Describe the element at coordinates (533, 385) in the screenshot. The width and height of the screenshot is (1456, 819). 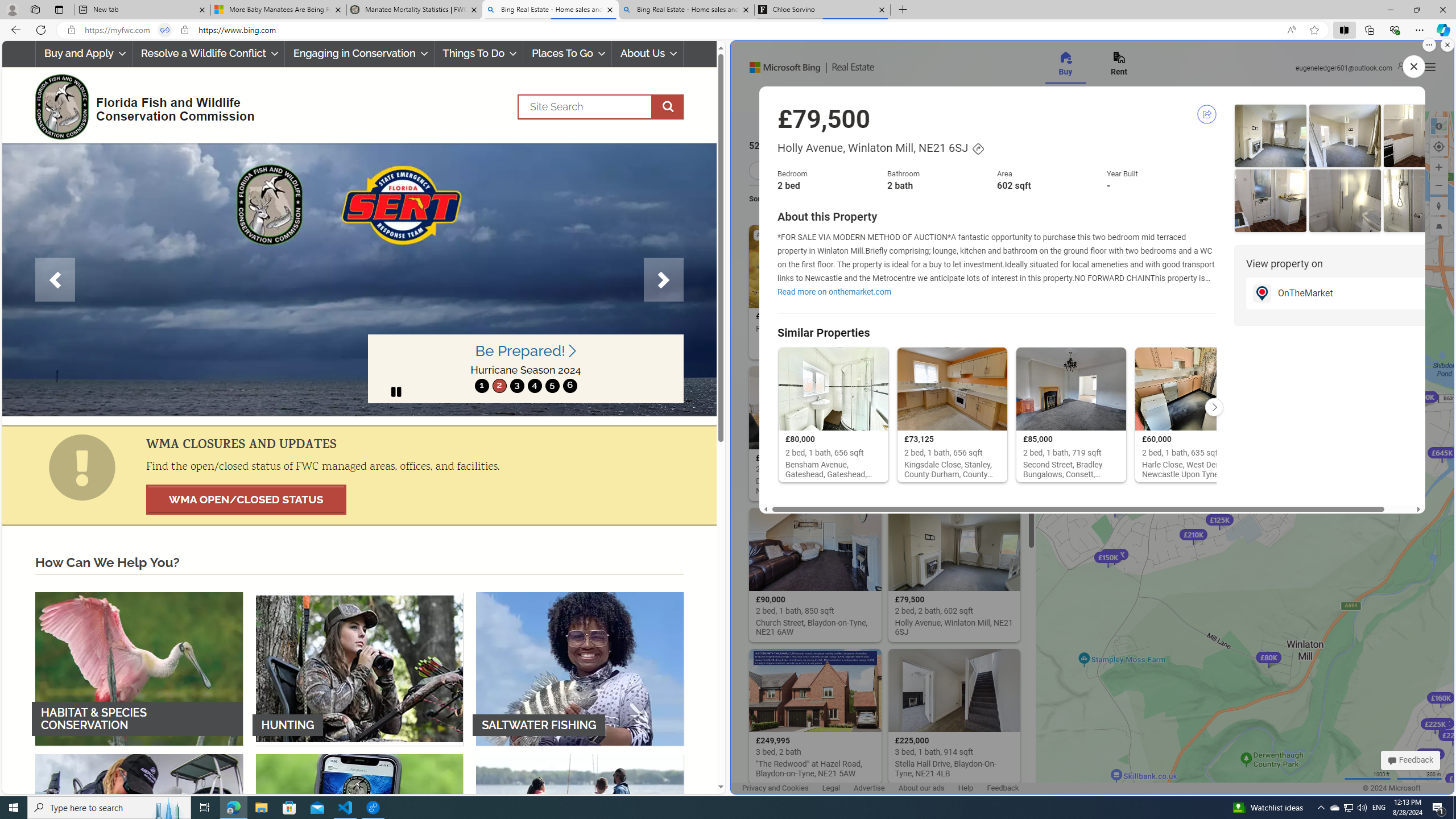
I see `'move to slide 4'` at that location.